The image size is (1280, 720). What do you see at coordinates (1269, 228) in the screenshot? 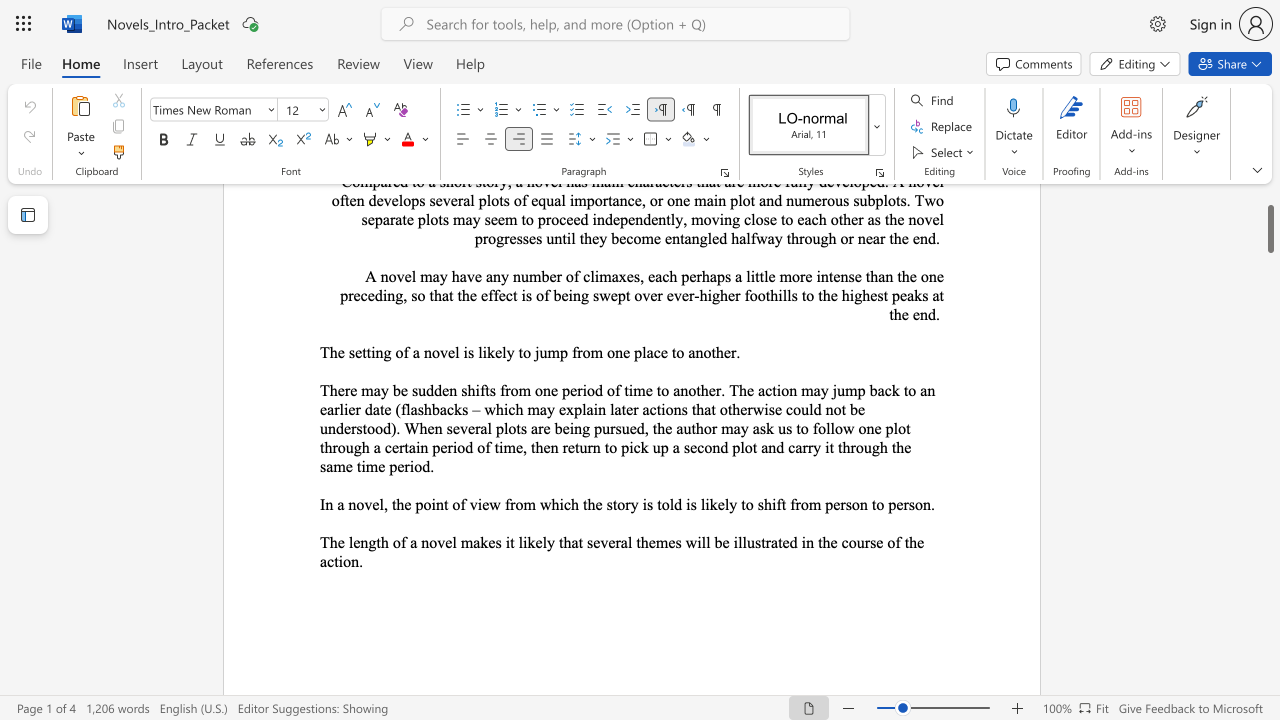
I see `the scrollbar and move up 10 pixels` at bounding box center [1269, 228].